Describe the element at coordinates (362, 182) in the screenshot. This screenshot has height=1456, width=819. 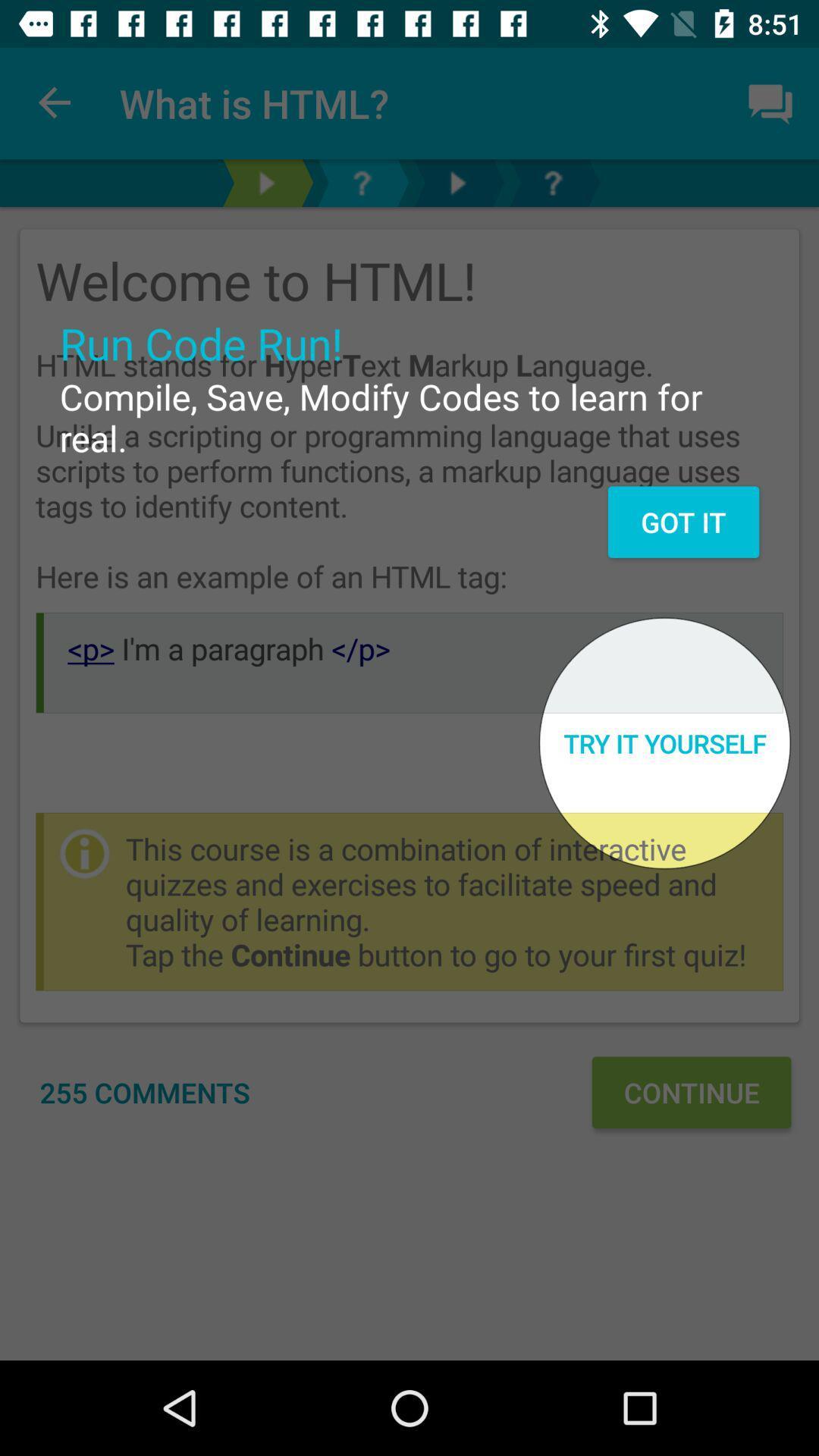
I see `question mark` at that location.